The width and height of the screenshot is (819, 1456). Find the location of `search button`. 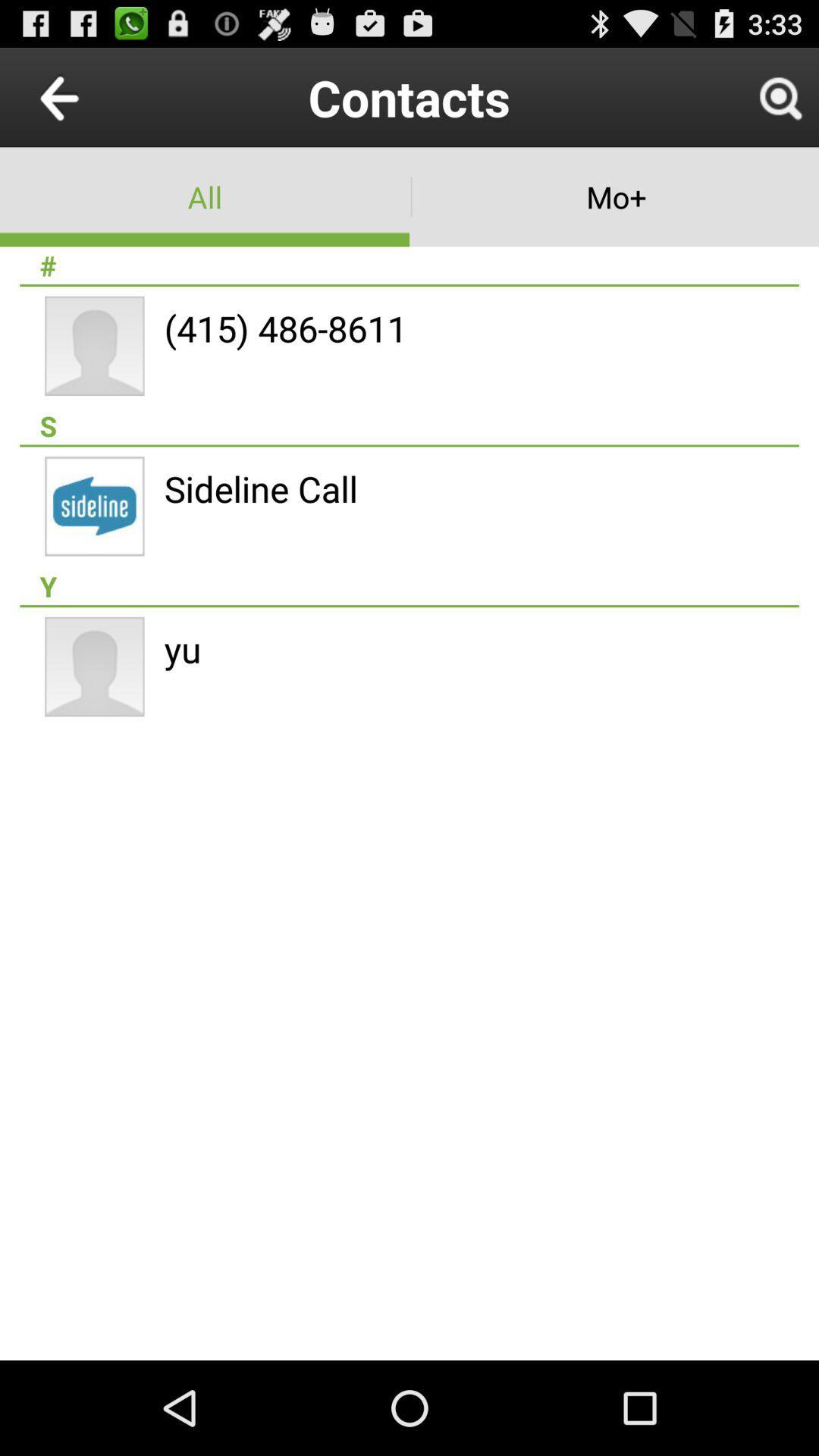

search button is located at coordinates (780, 96).